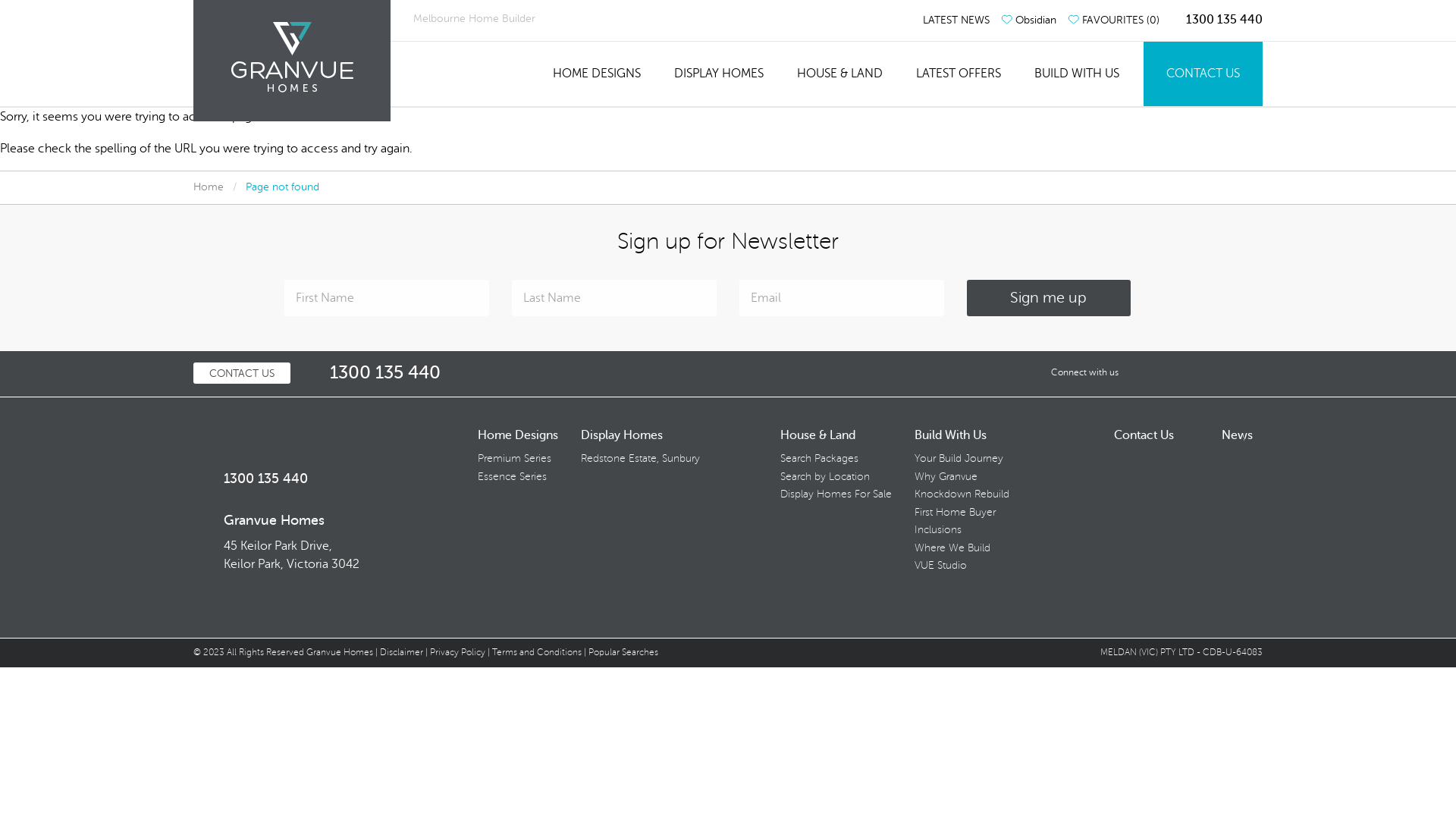 Image resolution: width=1456 pixels, height=819 pixels. Describe the element at coordinates (657, 74) in the screenshot. I see `'DISPLAY HOMES'` at that location.